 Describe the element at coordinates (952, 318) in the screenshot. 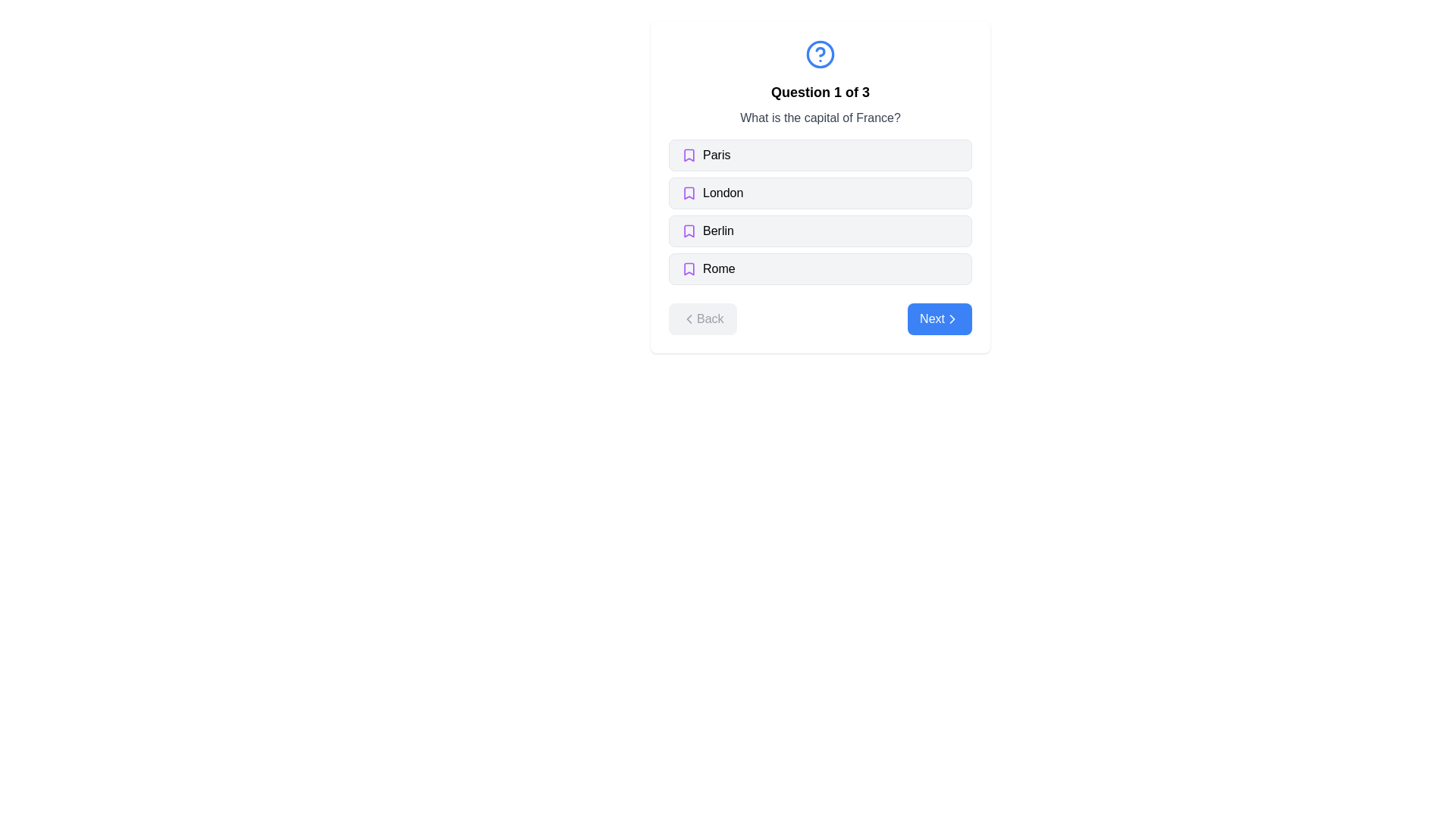

I see `the chevron icon located inside the 'Next' button at the bottom-right area of the interface` at that location.